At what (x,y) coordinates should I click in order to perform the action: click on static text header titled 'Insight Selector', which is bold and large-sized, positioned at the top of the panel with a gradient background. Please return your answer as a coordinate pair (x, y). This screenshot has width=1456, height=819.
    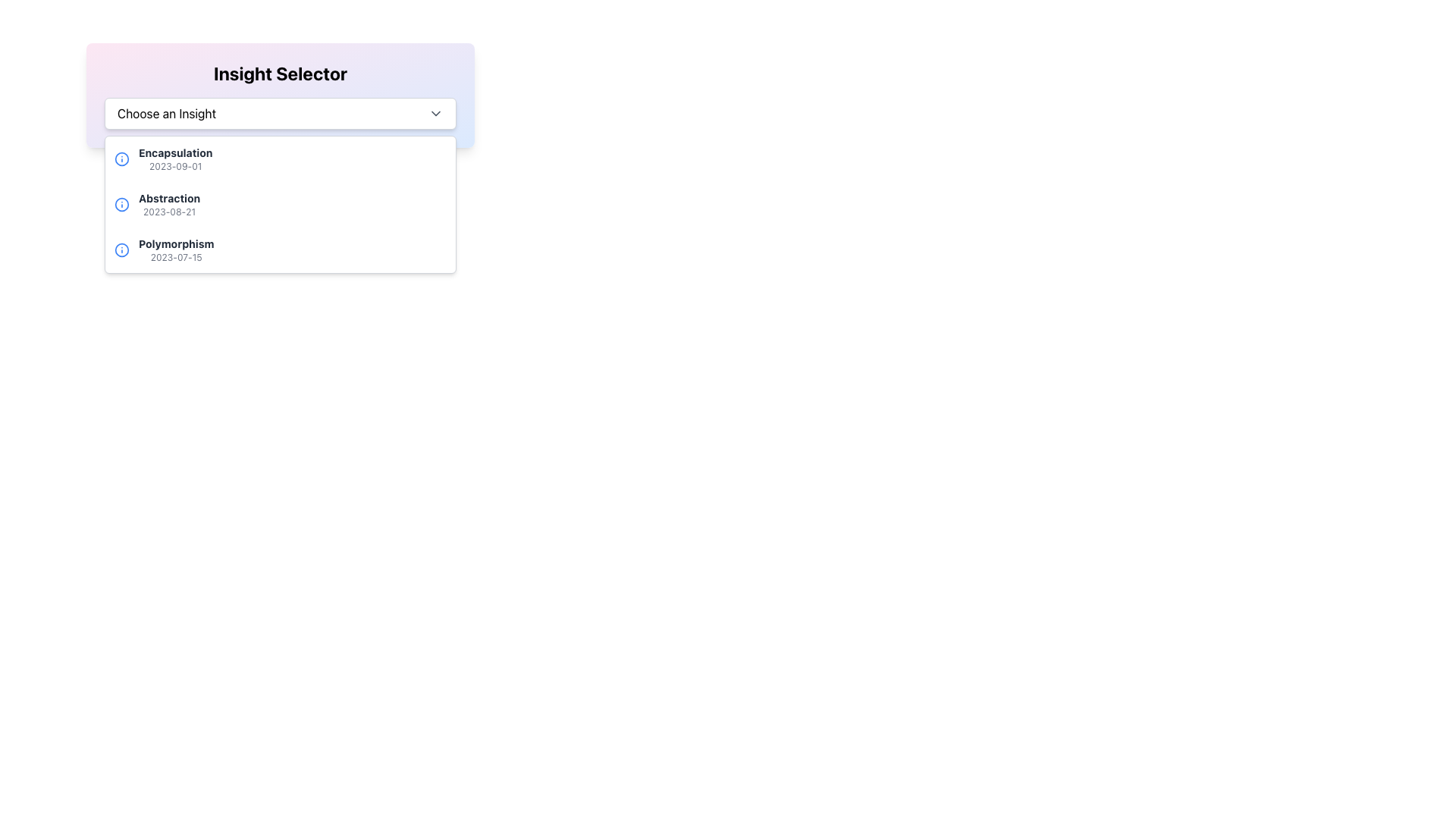
    Looking at the image, I should click on (280, 73).